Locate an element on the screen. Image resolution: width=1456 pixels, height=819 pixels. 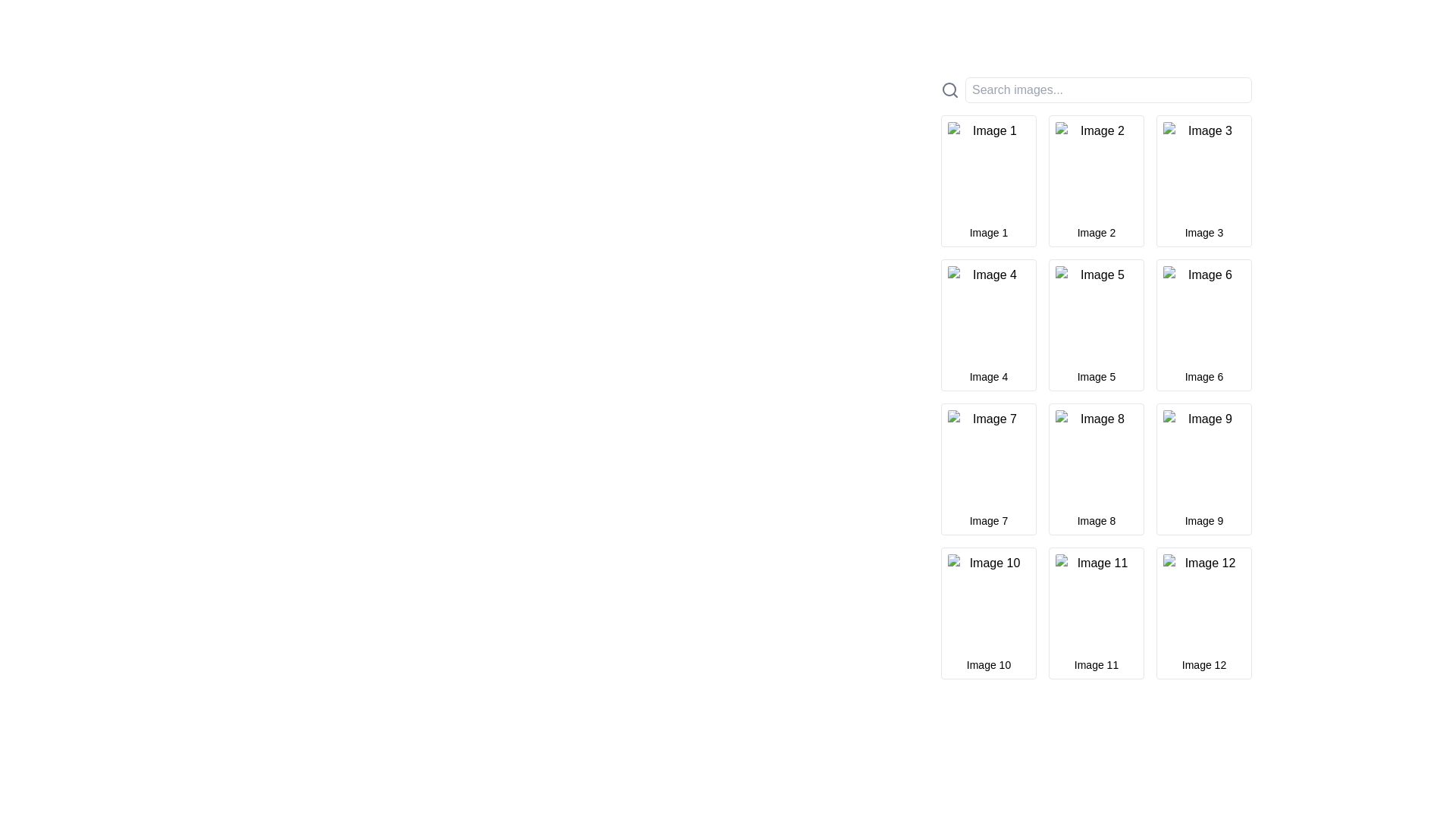
the second grid item displaying 'Image 2' with a preview image and caption is located at coordinates (1096, 180).